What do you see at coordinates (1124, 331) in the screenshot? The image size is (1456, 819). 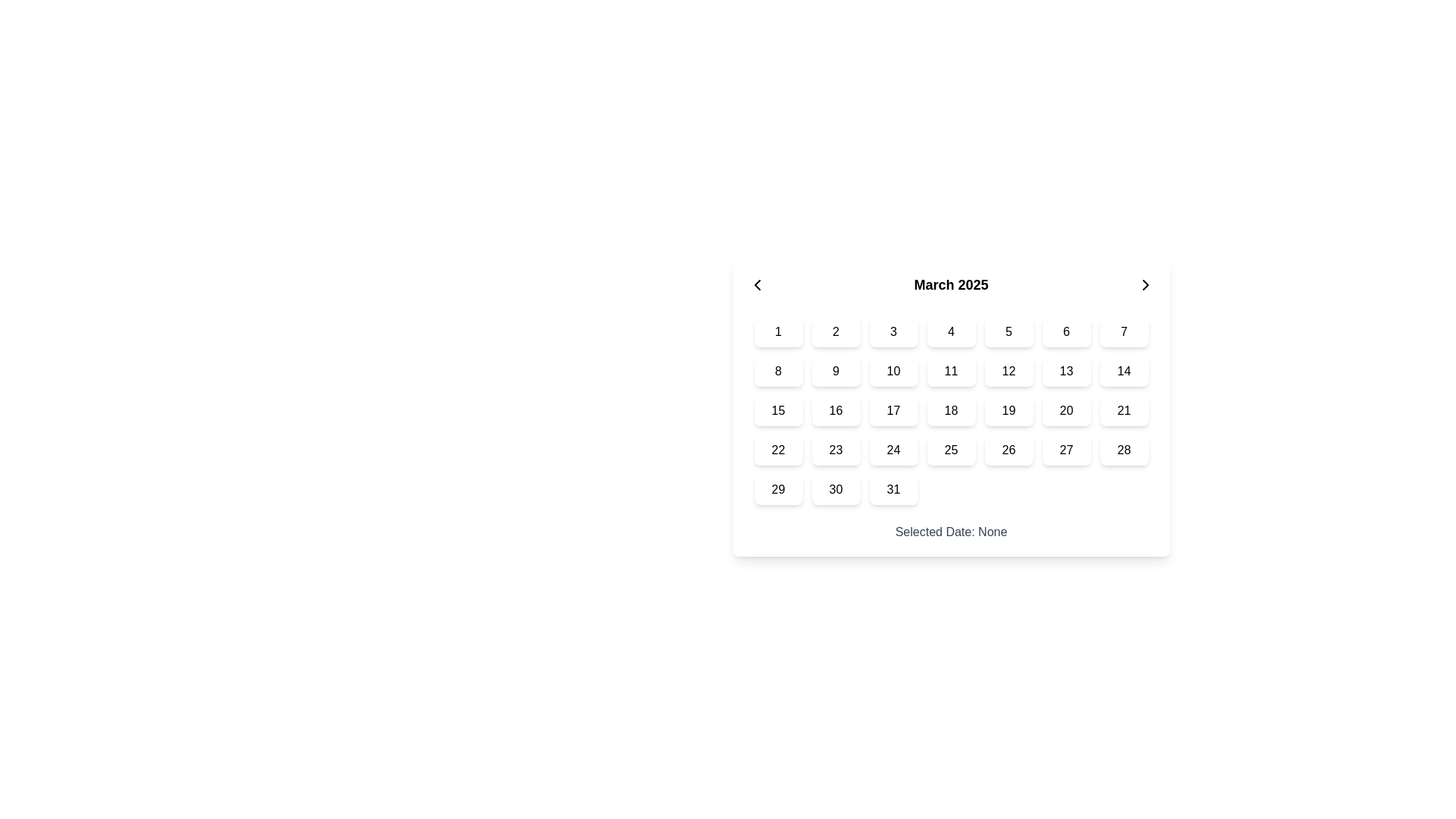 I see `the white, rounded rectangle button labeled '7'` at bounding box center [1124, 331].